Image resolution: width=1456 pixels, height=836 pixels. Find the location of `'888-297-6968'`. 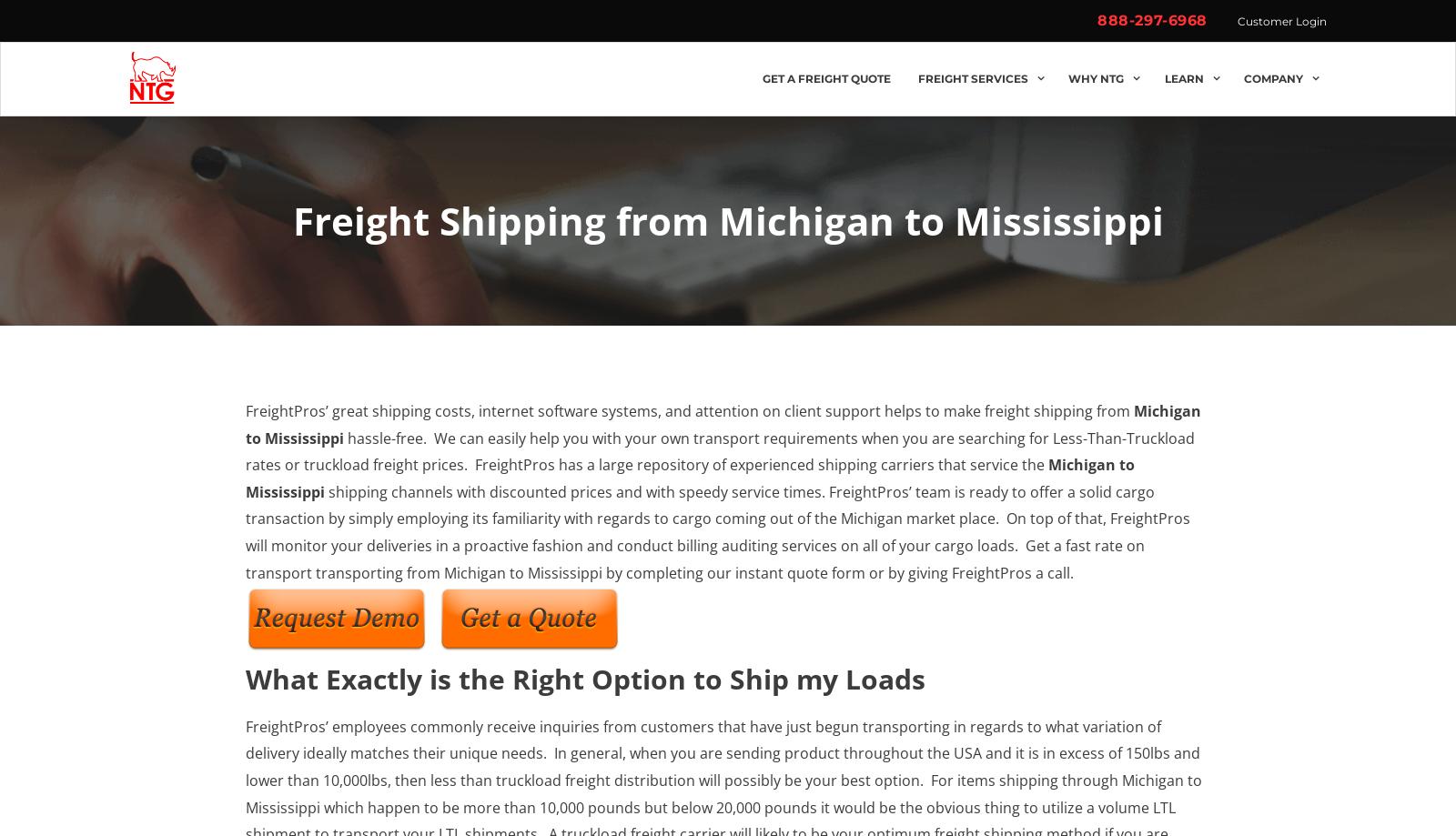

'888-297-6968' is located at coordinates (1151, 20).